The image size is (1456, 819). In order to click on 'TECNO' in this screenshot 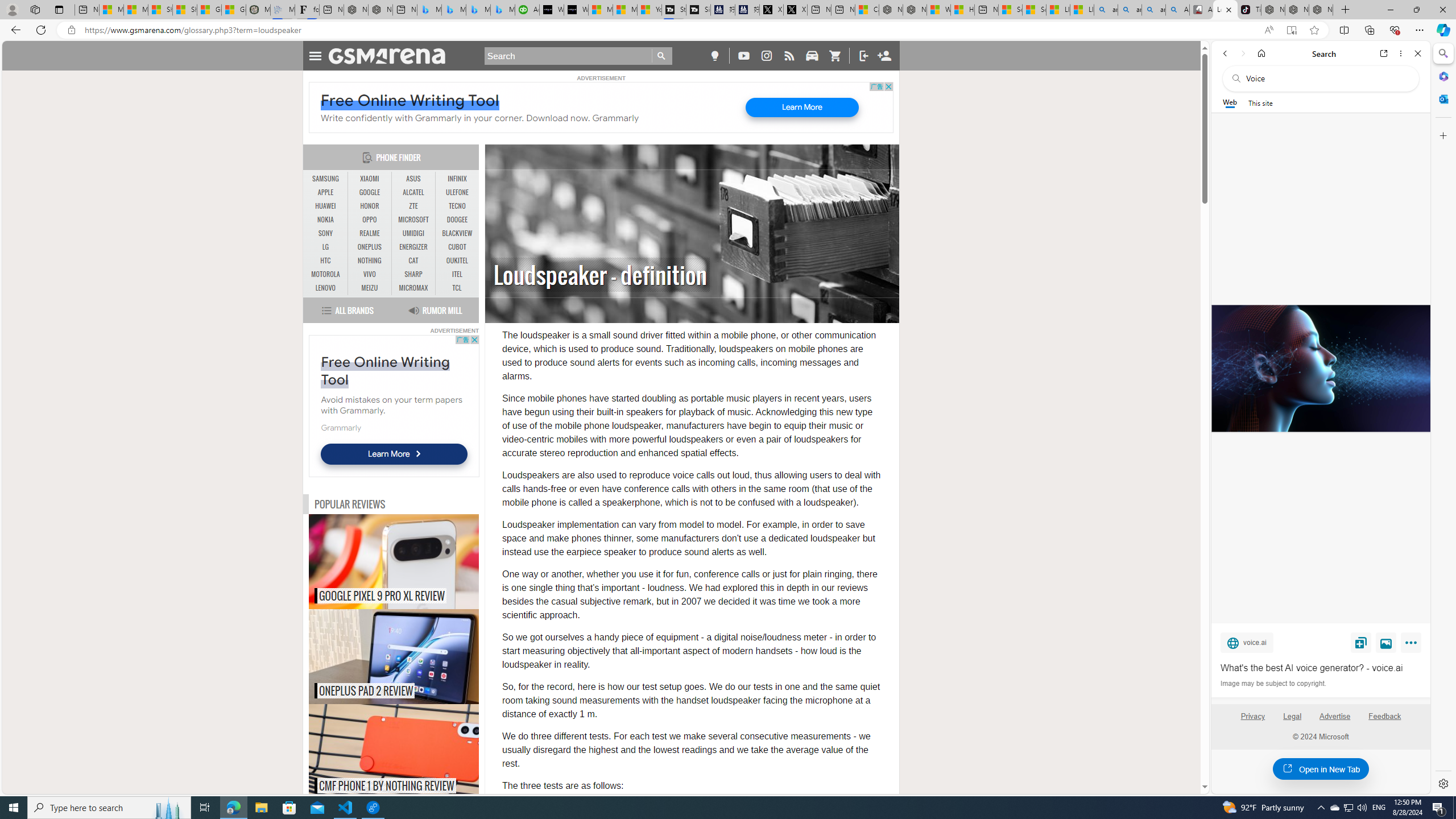, I will do `click(457, 205)`.